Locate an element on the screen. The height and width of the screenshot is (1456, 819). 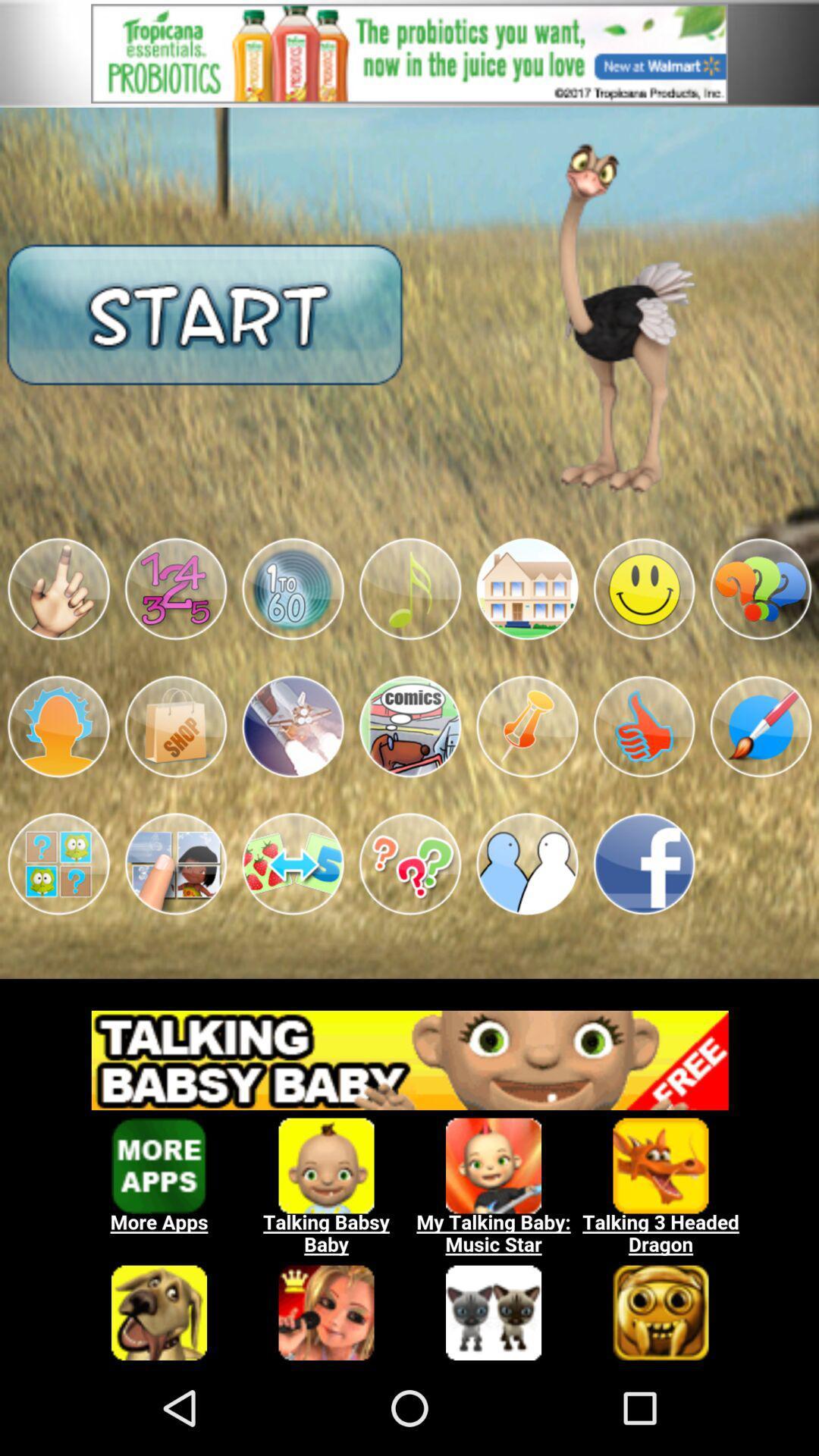
open shop is located at coordinates (174, 726).